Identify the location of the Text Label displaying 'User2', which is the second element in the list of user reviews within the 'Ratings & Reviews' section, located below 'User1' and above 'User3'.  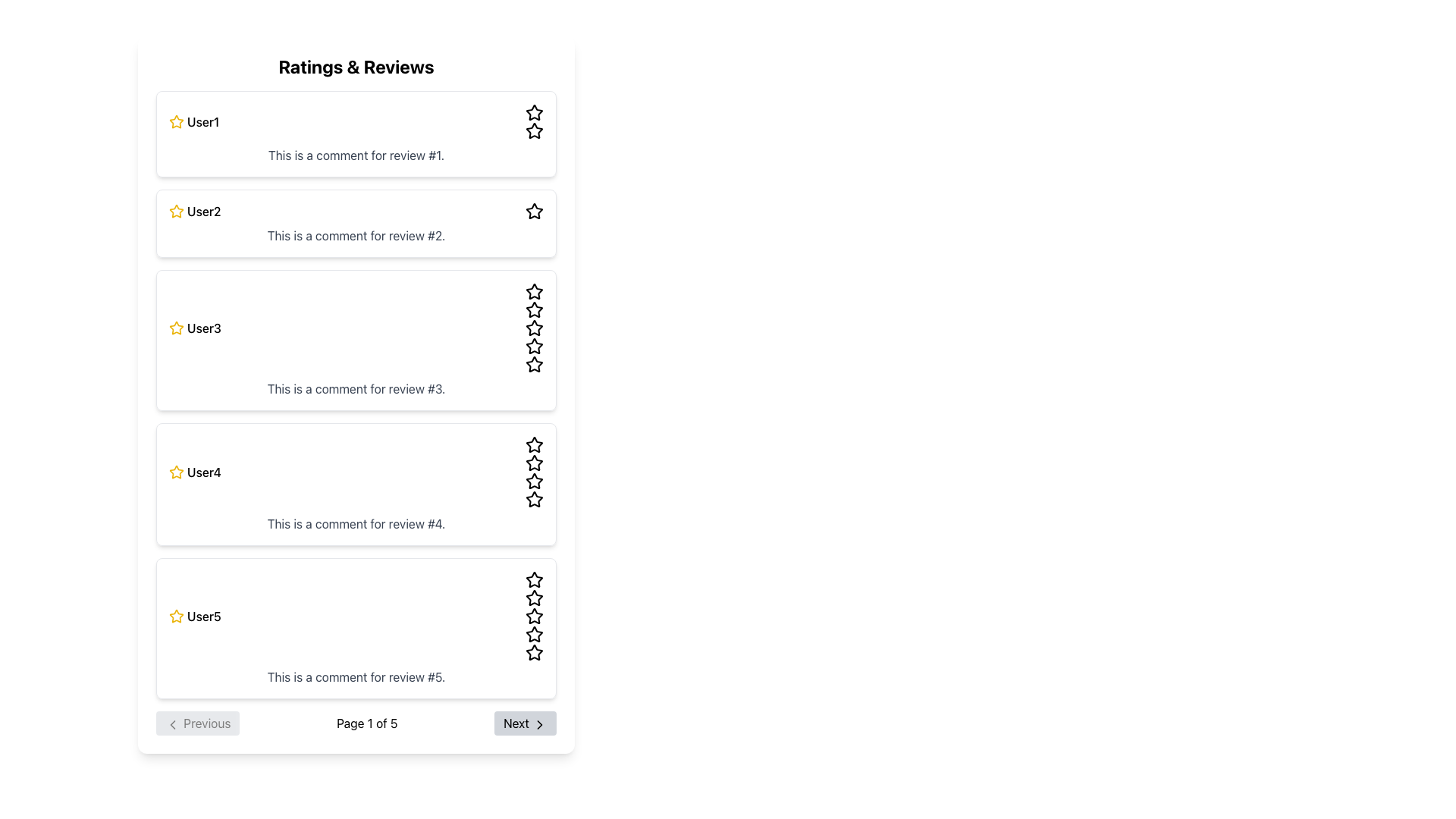
(203, 211).